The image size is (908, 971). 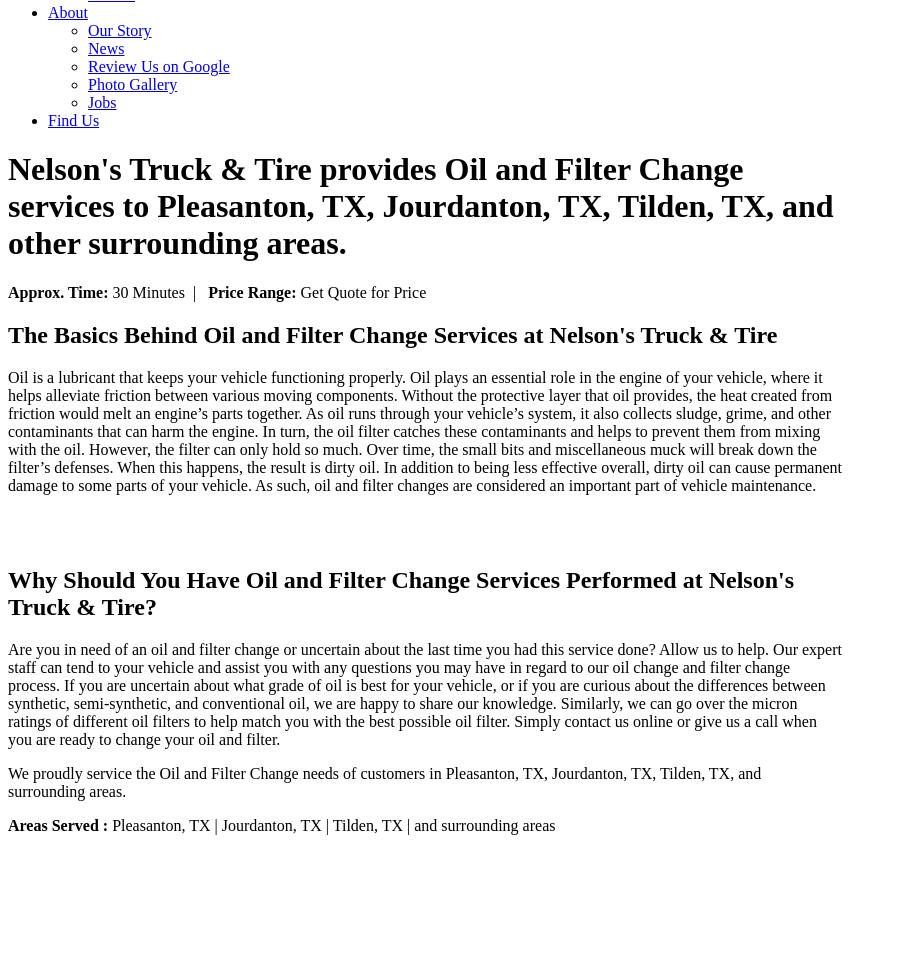 I want to click on 'Find Us', so click(x=48, y=120).